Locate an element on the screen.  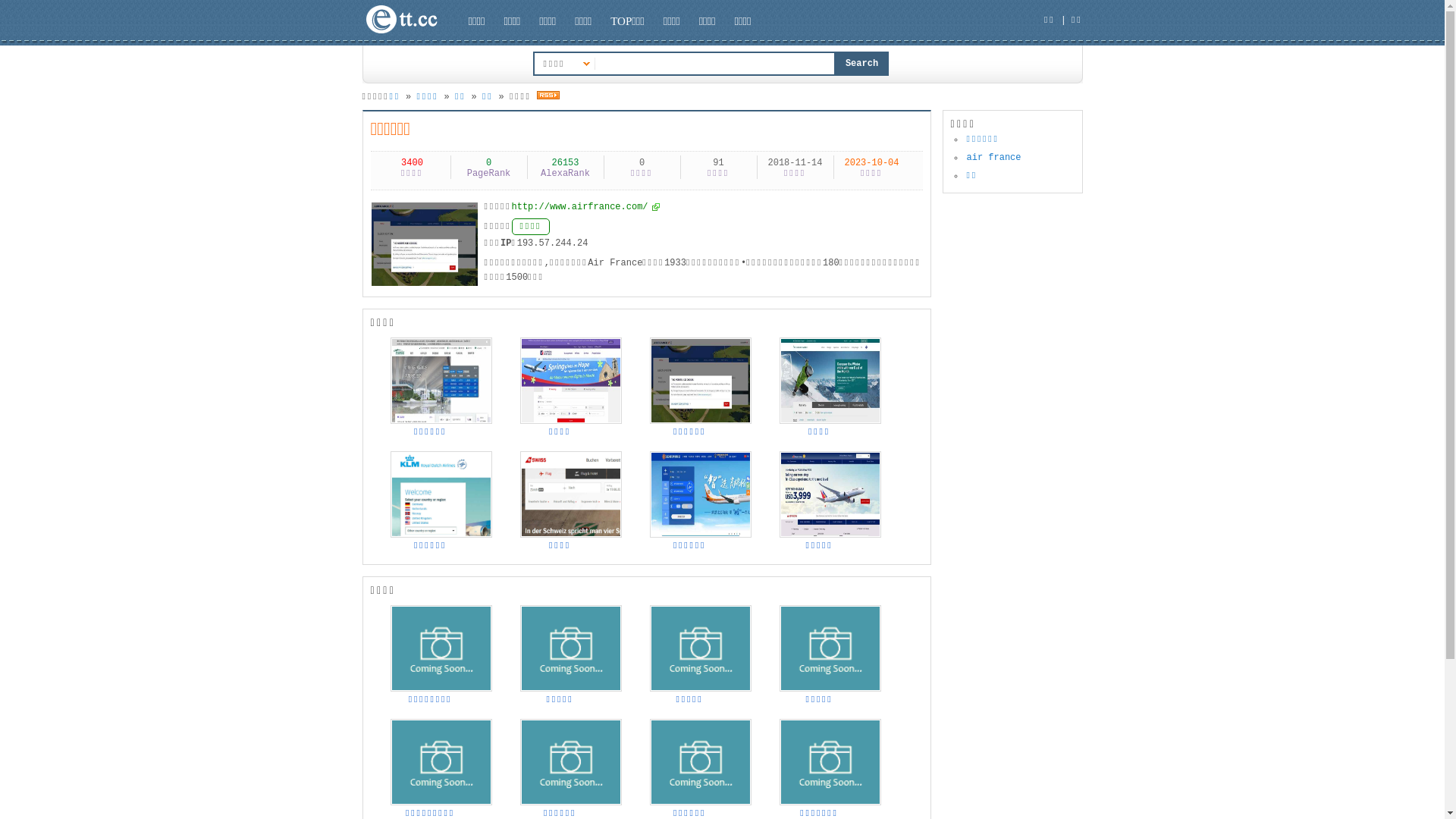
'air france' is located at coordinates (993, 158).